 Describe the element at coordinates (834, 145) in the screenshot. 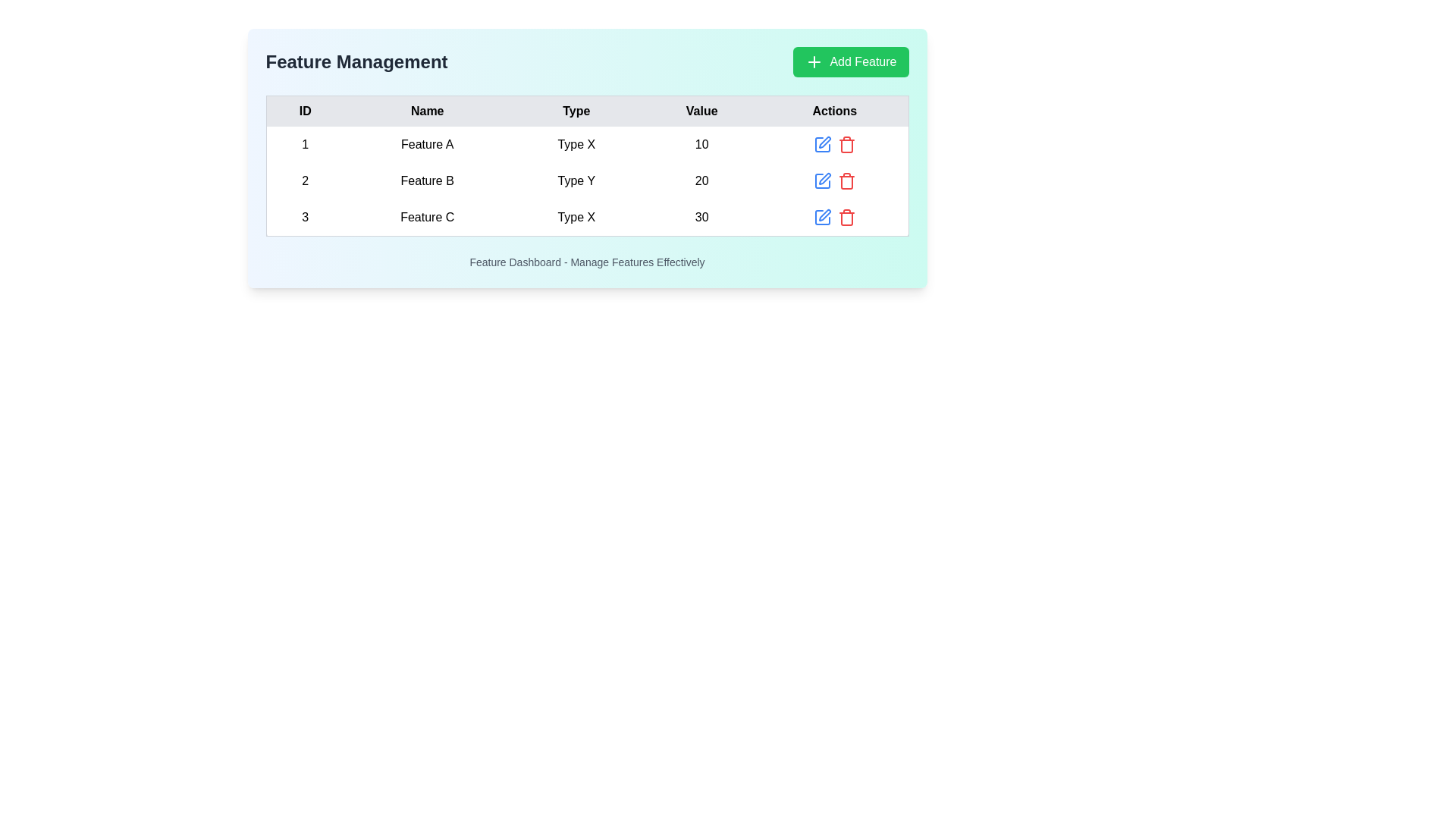

I see `the blue pencil icon in the Interactive control group located in the rightmost column of the first row to initiate editing of the row corresponding to 'Feature A'` at that location.